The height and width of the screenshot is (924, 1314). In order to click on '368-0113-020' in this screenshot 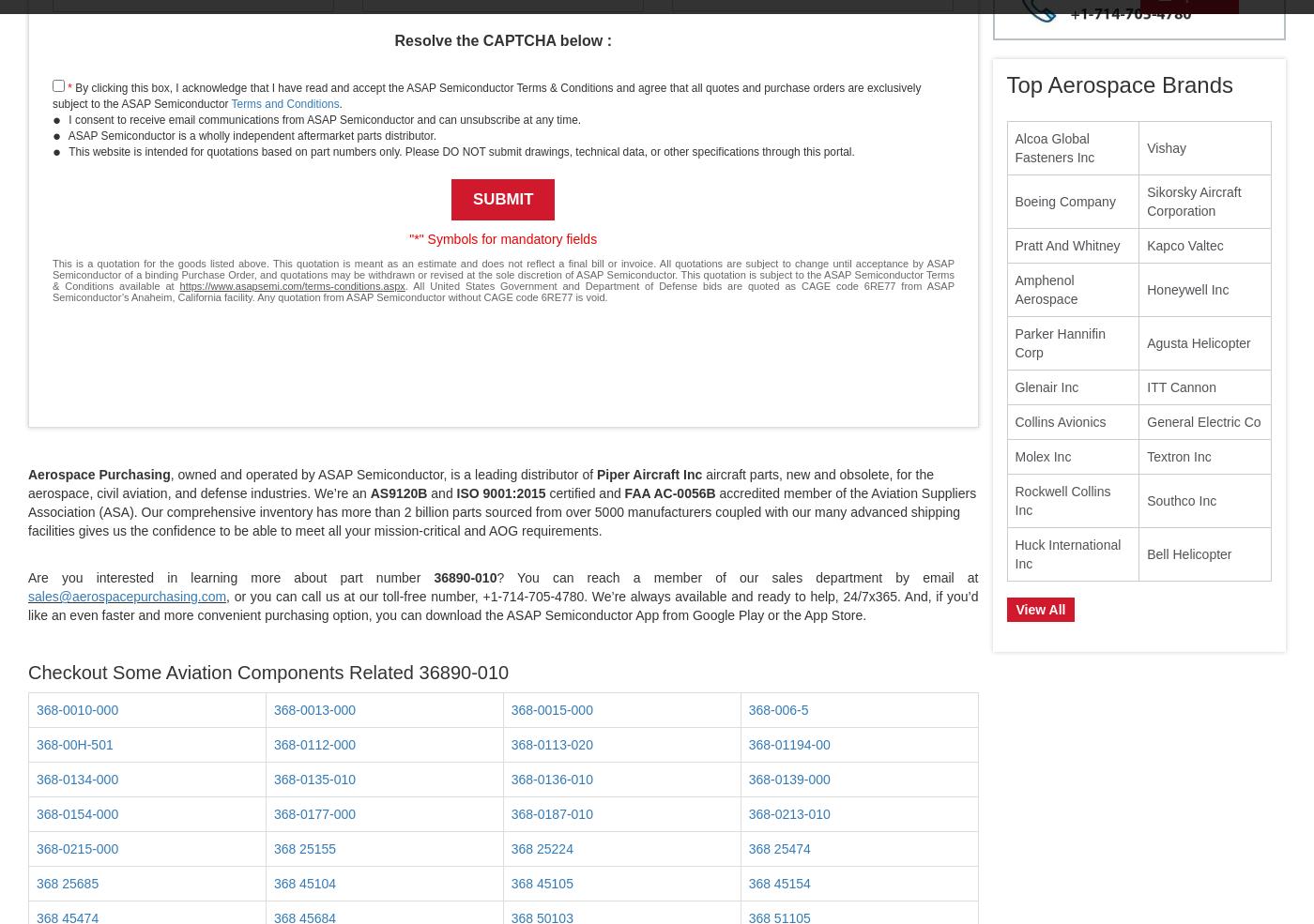, I will do `click(551, 744)`.